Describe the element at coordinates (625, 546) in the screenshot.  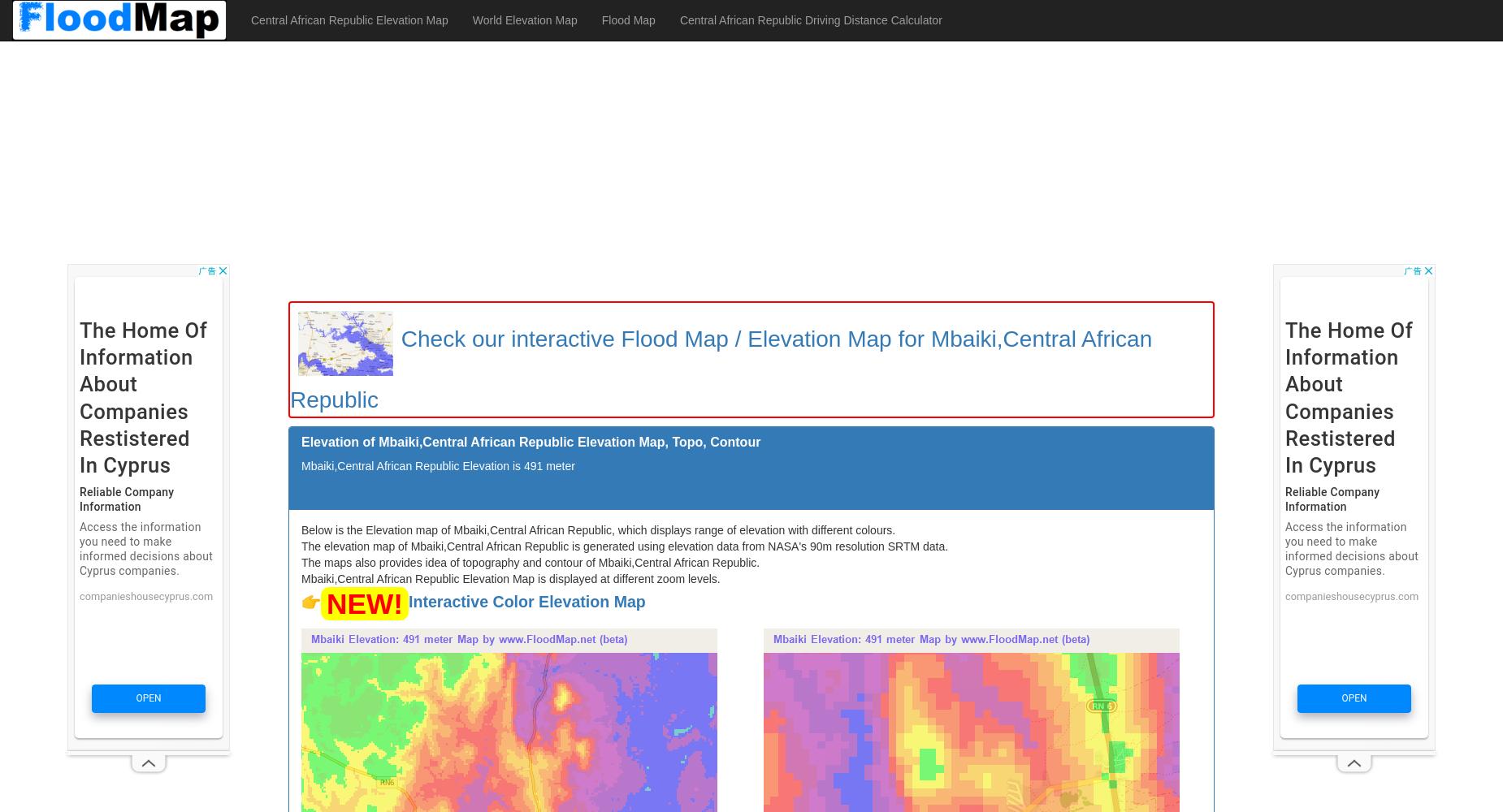
I see `'The elevation map of Mbaiki,Central African Republic is generated using elevation data from NASA's 90m resolution SRTM data.'` at that location.